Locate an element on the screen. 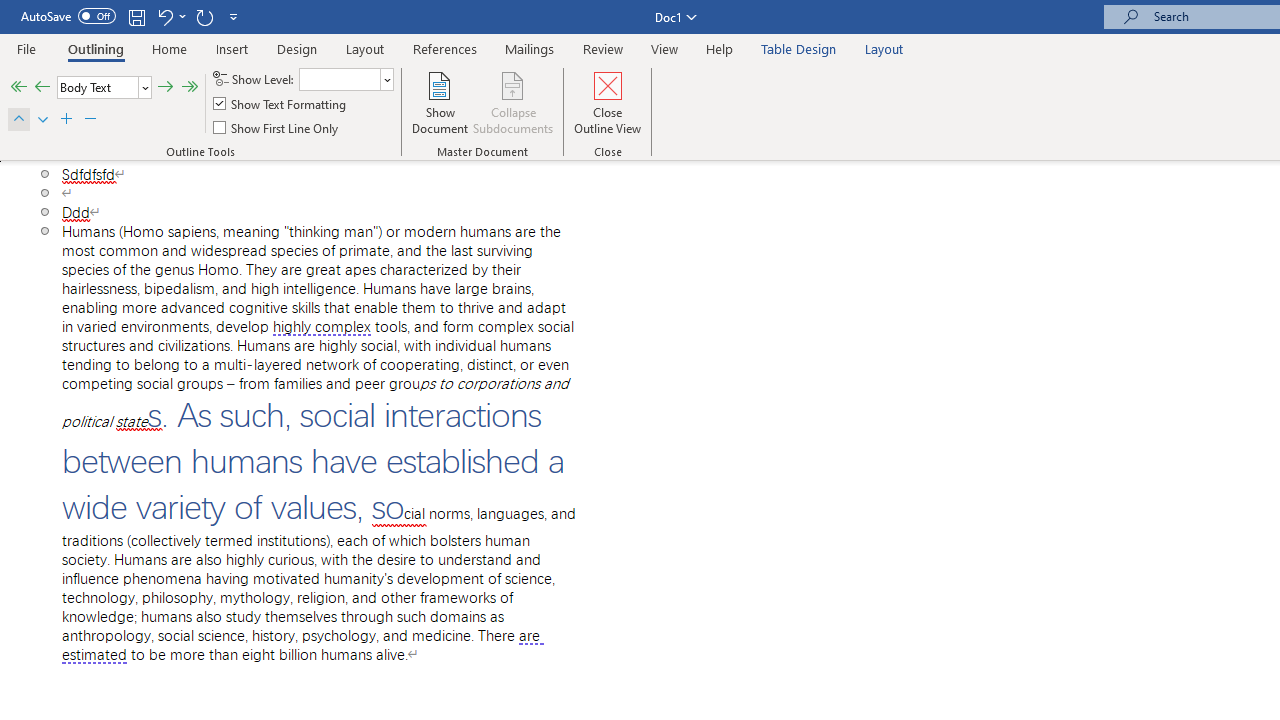 The image size is (1280, 720). 'Help' is located at coordinates (720, 48).